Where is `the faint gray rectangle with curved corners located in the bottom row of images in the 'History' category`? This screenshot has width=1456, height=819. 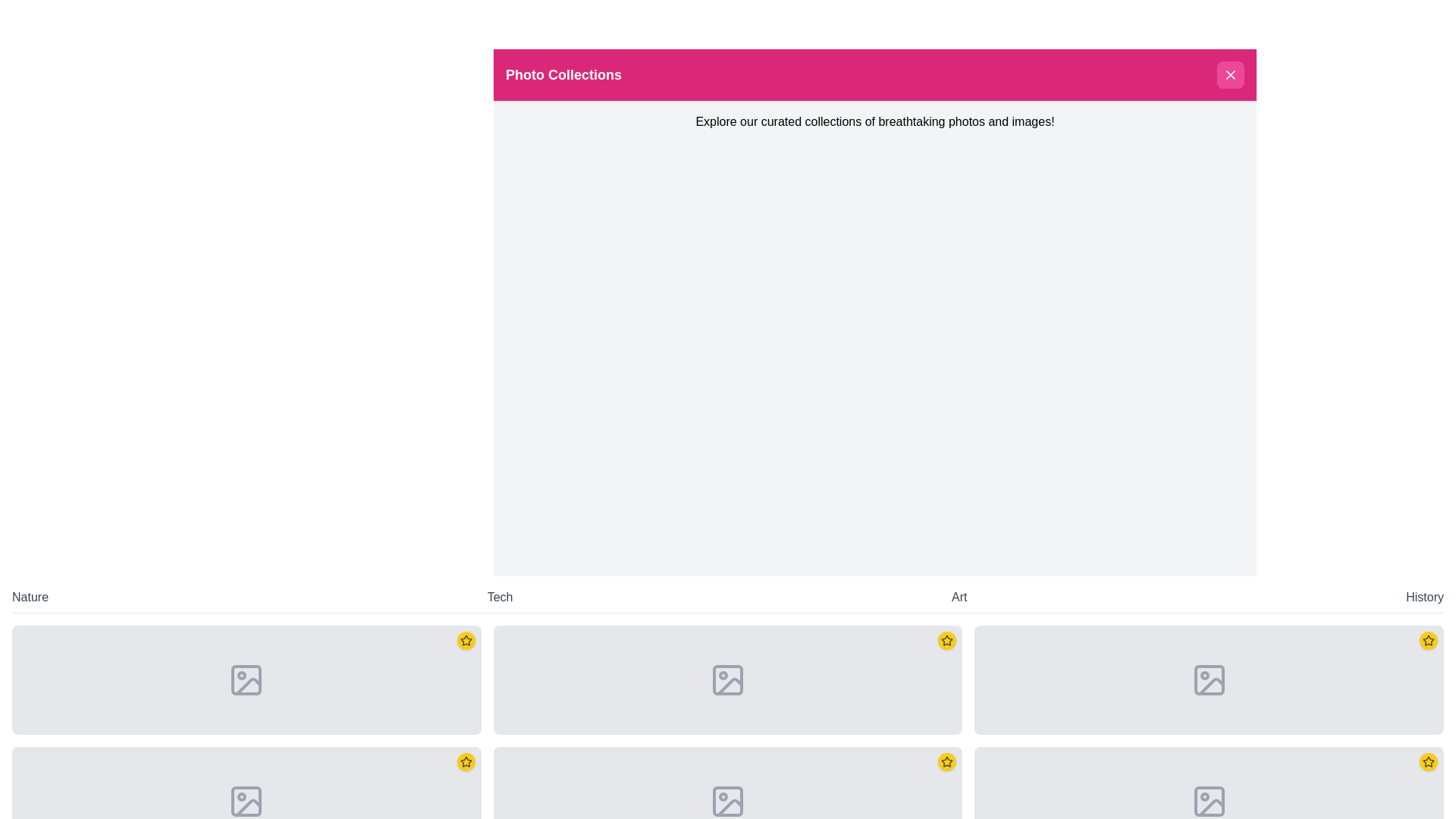
the faint gray rectangle with curved corners located in the bottom row of images in the 'History' category is located at coordinates (1208, 800).